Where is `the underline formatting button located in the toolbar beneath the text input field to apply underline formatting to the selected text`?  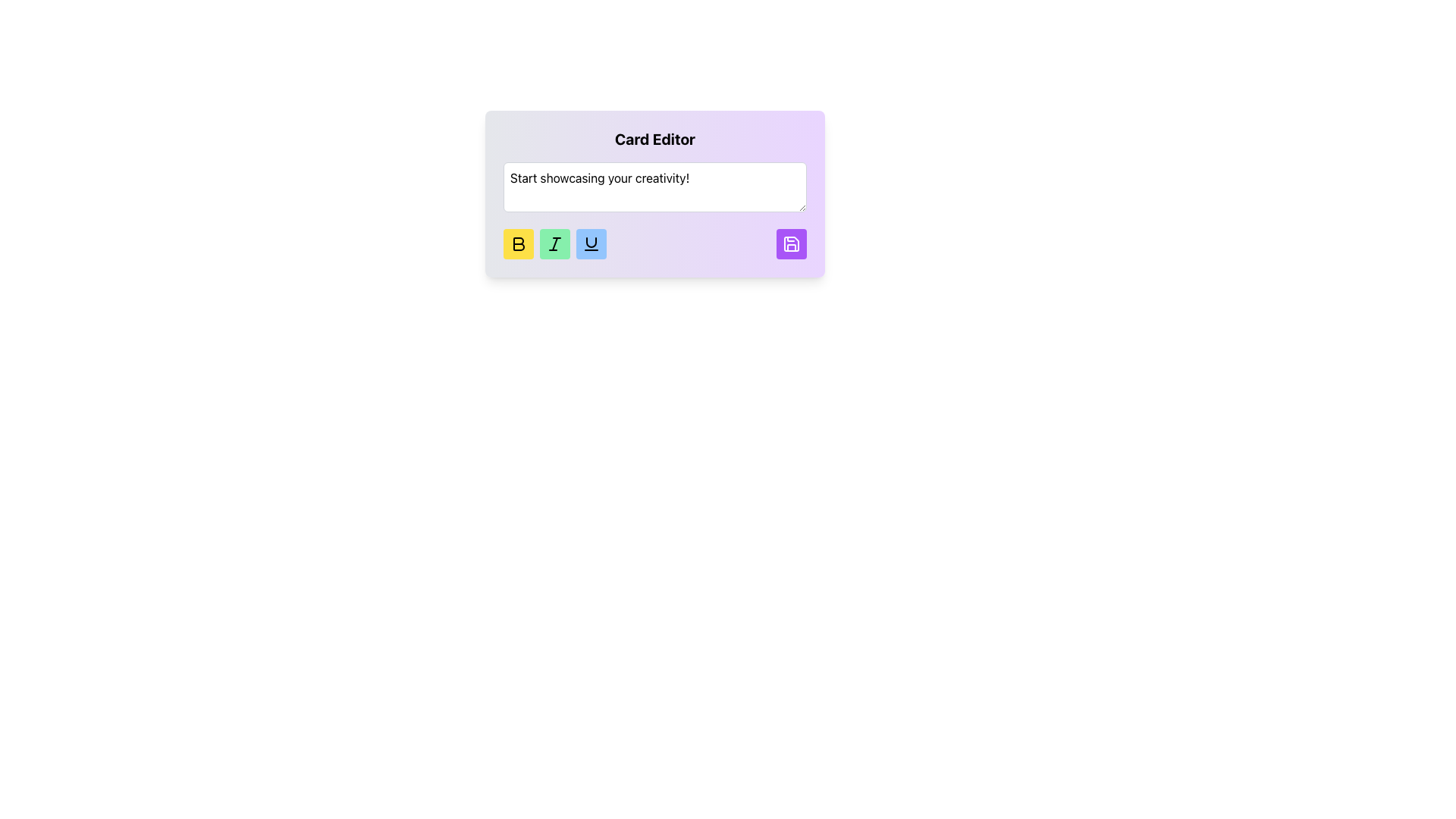 the underline formatting button located in the toolbar beneath the text input field to apply underline formatting to the selected text is located at coordinates (590, 243).